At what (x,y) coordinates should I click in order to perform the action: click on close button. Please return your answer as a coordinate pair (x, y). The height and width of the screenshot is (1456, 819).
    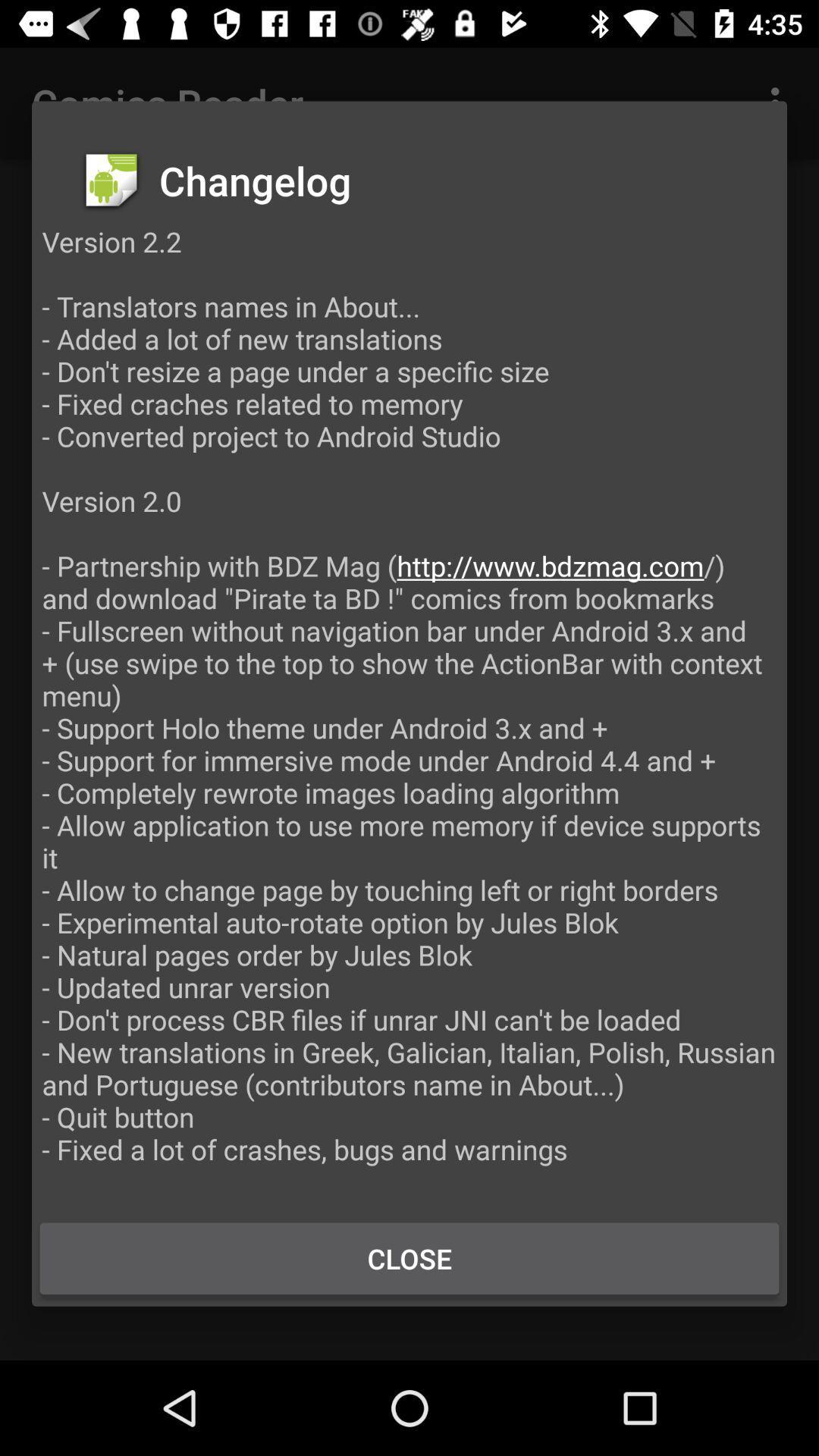
    Looking at the image, I should click on (409, 1258).